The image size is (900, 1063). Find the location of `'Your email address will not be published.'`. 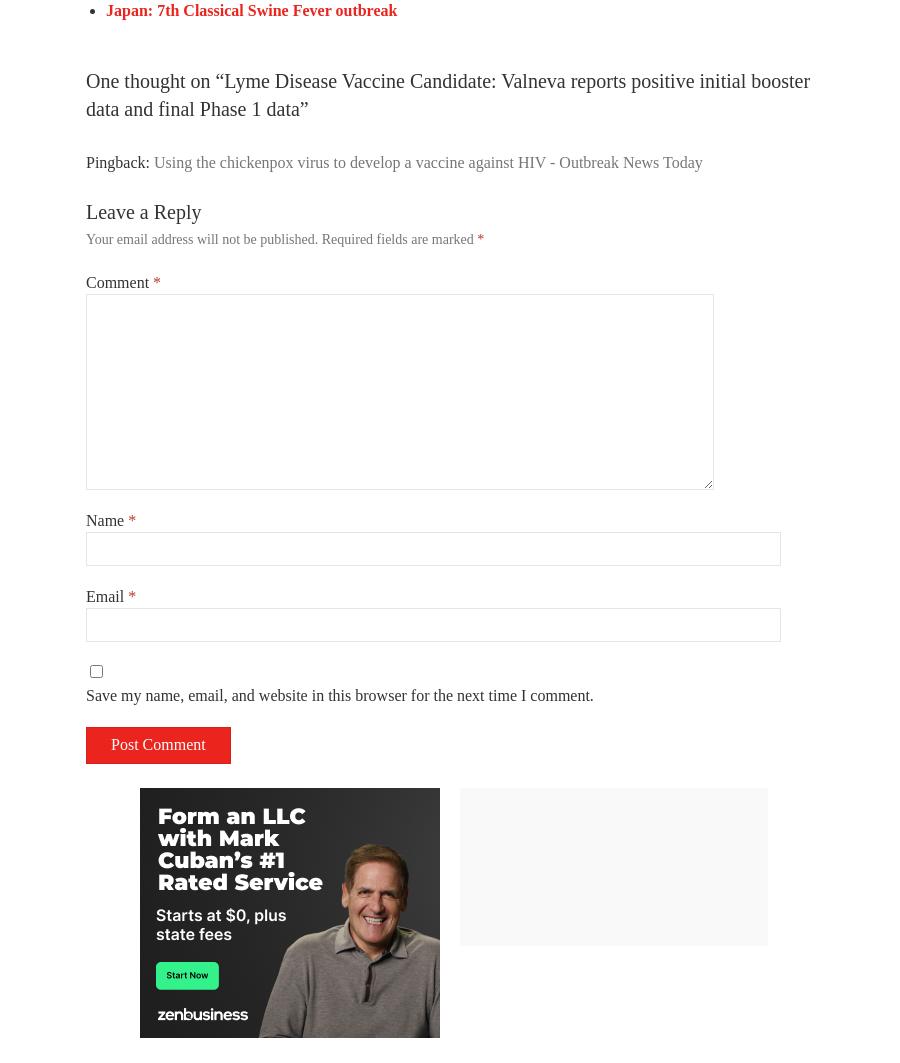

'Your email address will not be published.' is located at coordinates (201, 239).